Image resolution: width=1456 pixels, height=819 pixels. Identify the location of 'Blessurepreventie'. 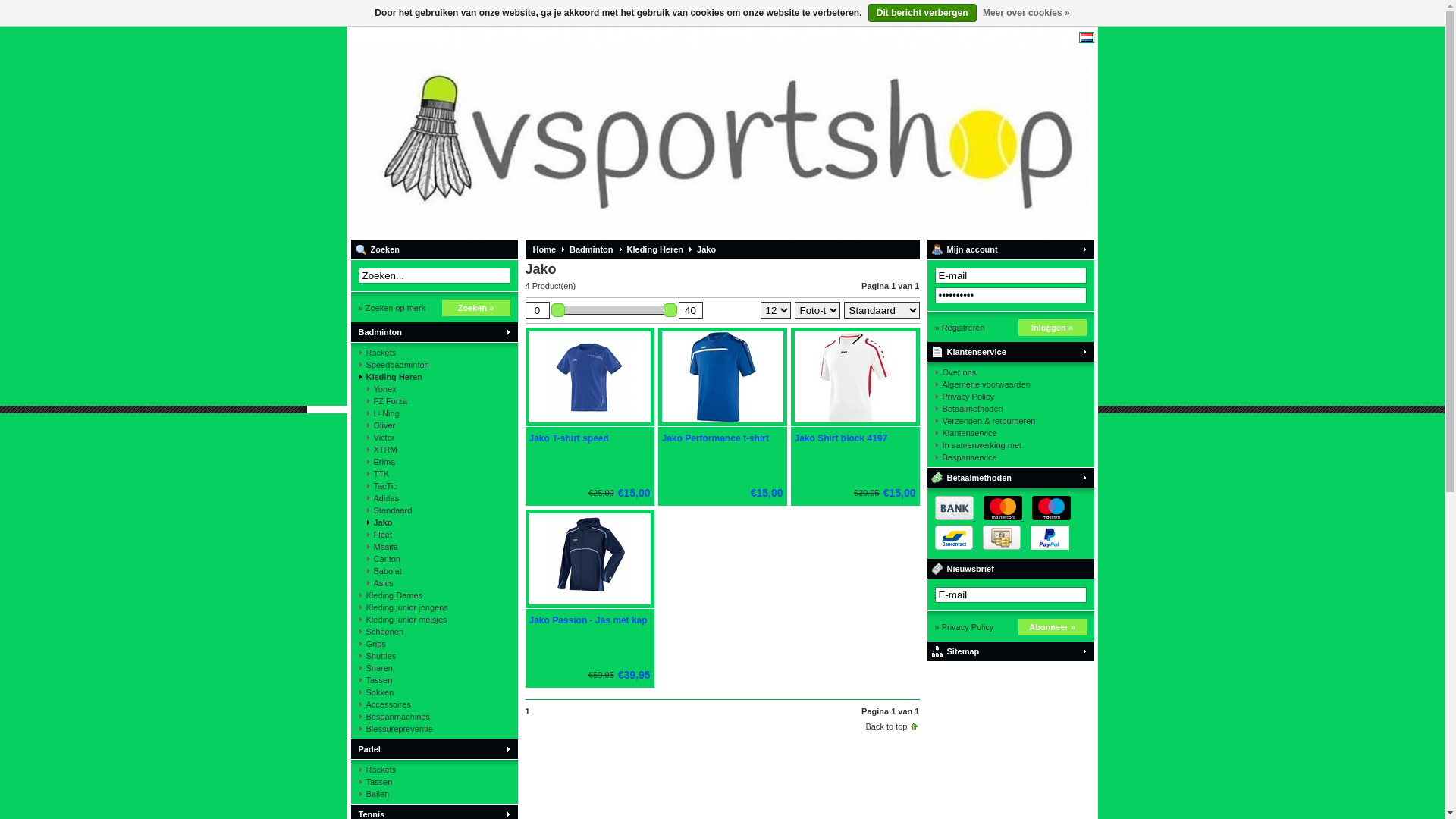
(432, 727).